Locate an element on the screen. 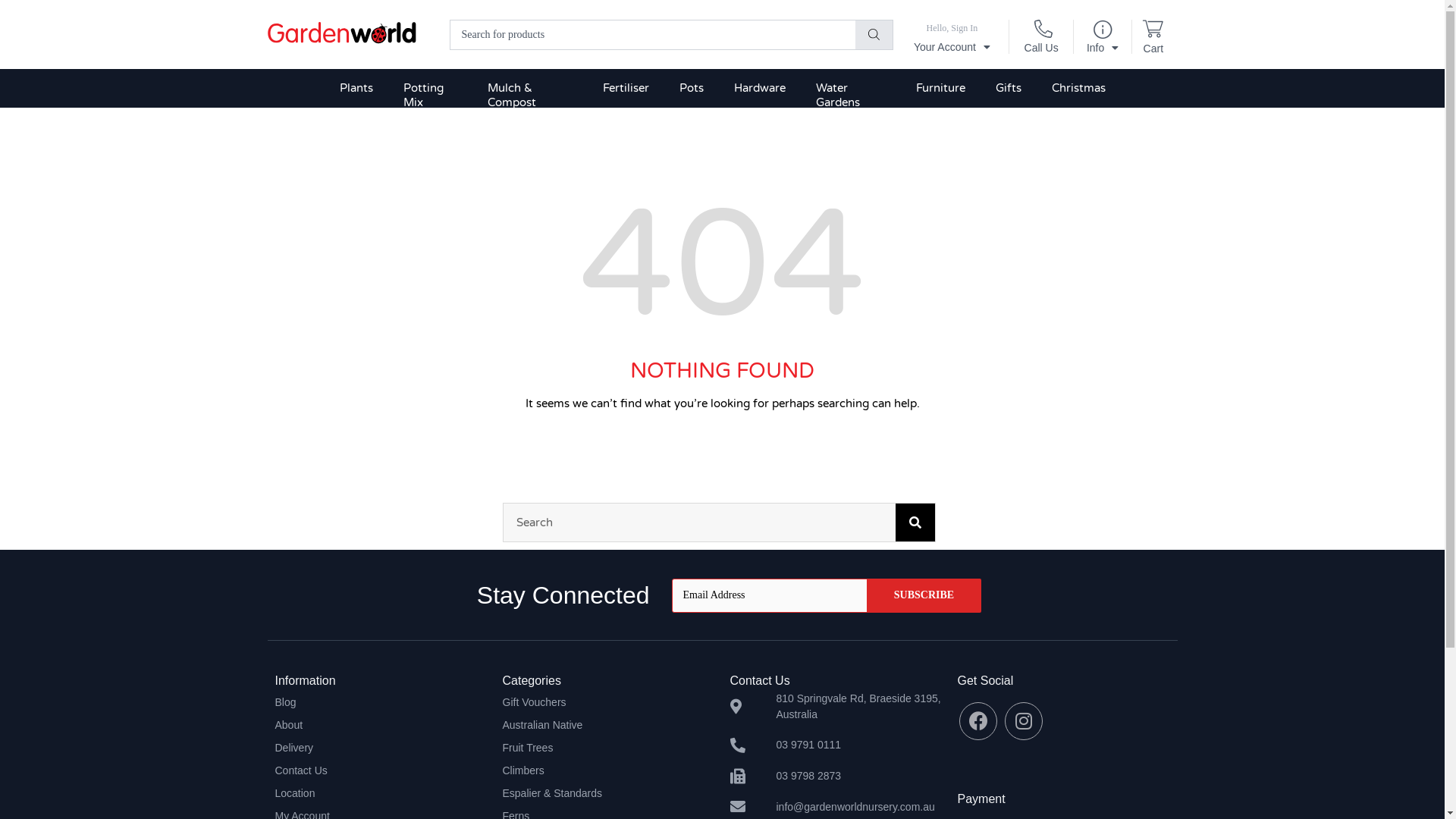 This screenshot has height=819, width=1456. 'info@gardenworldnursery.com.au' is located at coordinates (835, 806).